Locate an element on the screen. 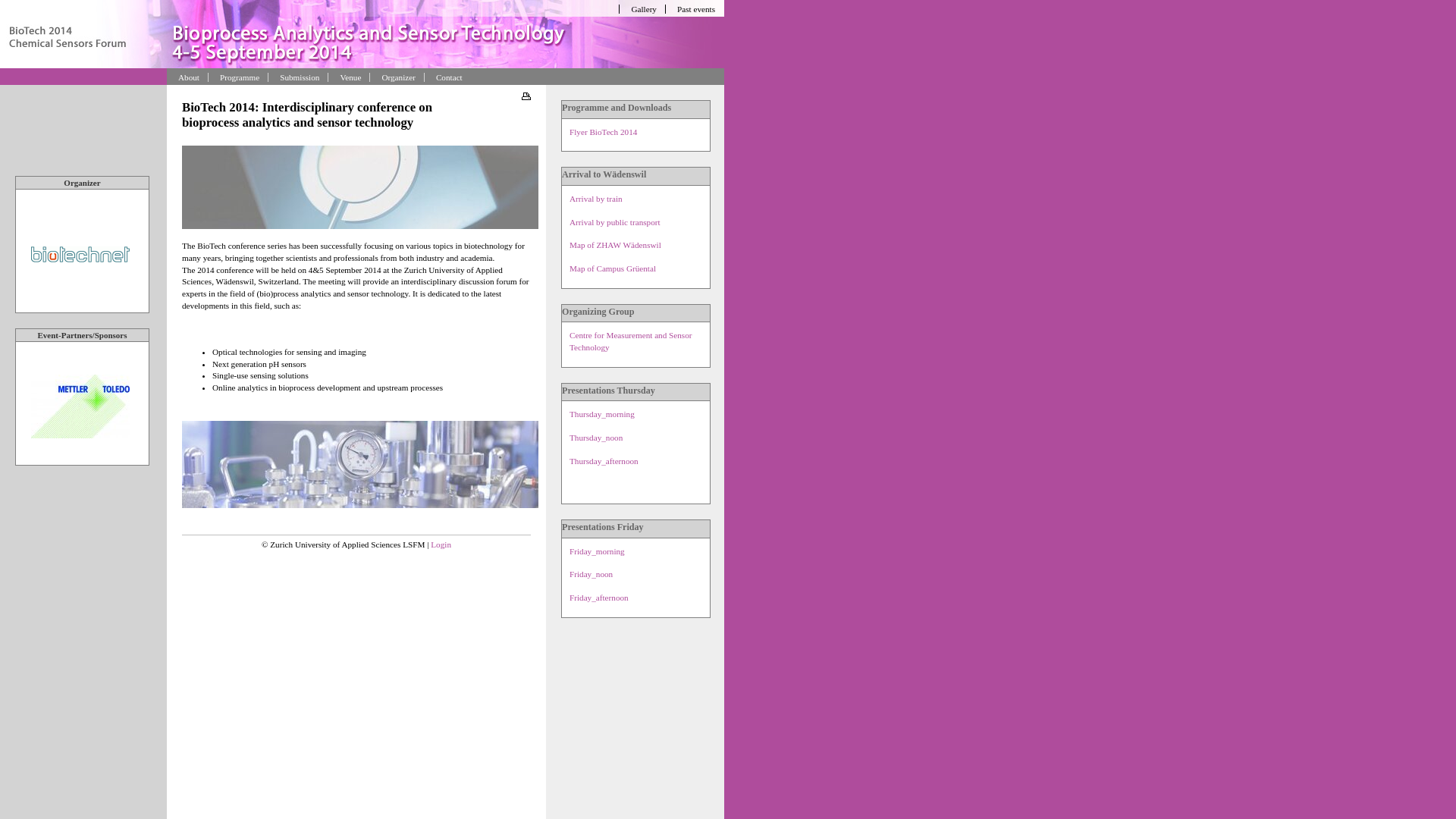 This screenshot has width=1456, height=819. 'About' is located at coordinates (167, 77).